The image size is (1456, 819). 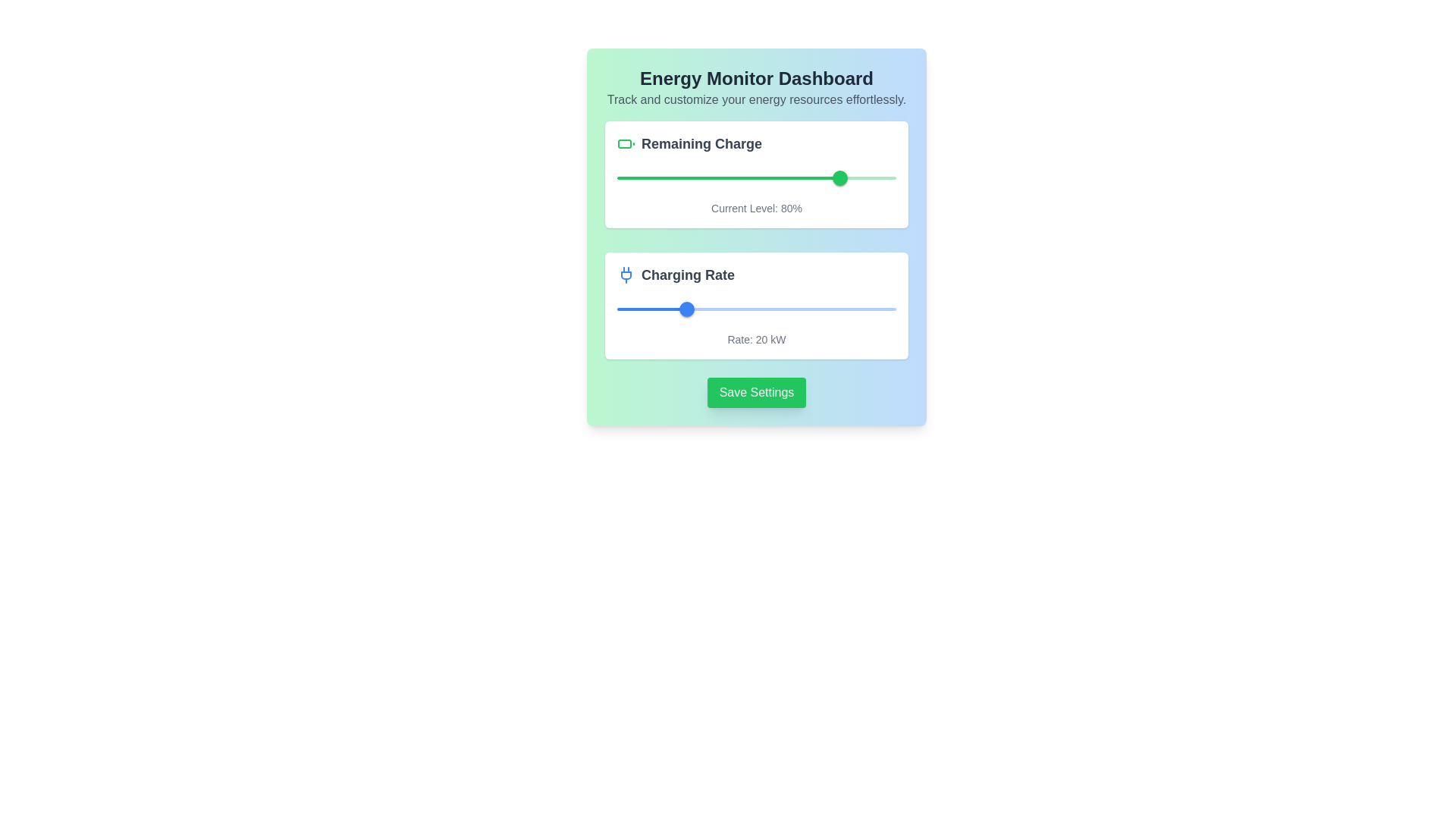 I want to click on the text element stating 'Track and customize your energy resources effortlessly.' which is located below the title 'Energy Monitor Dashboard' in the dashboard panel, so click(x=757, y=99).